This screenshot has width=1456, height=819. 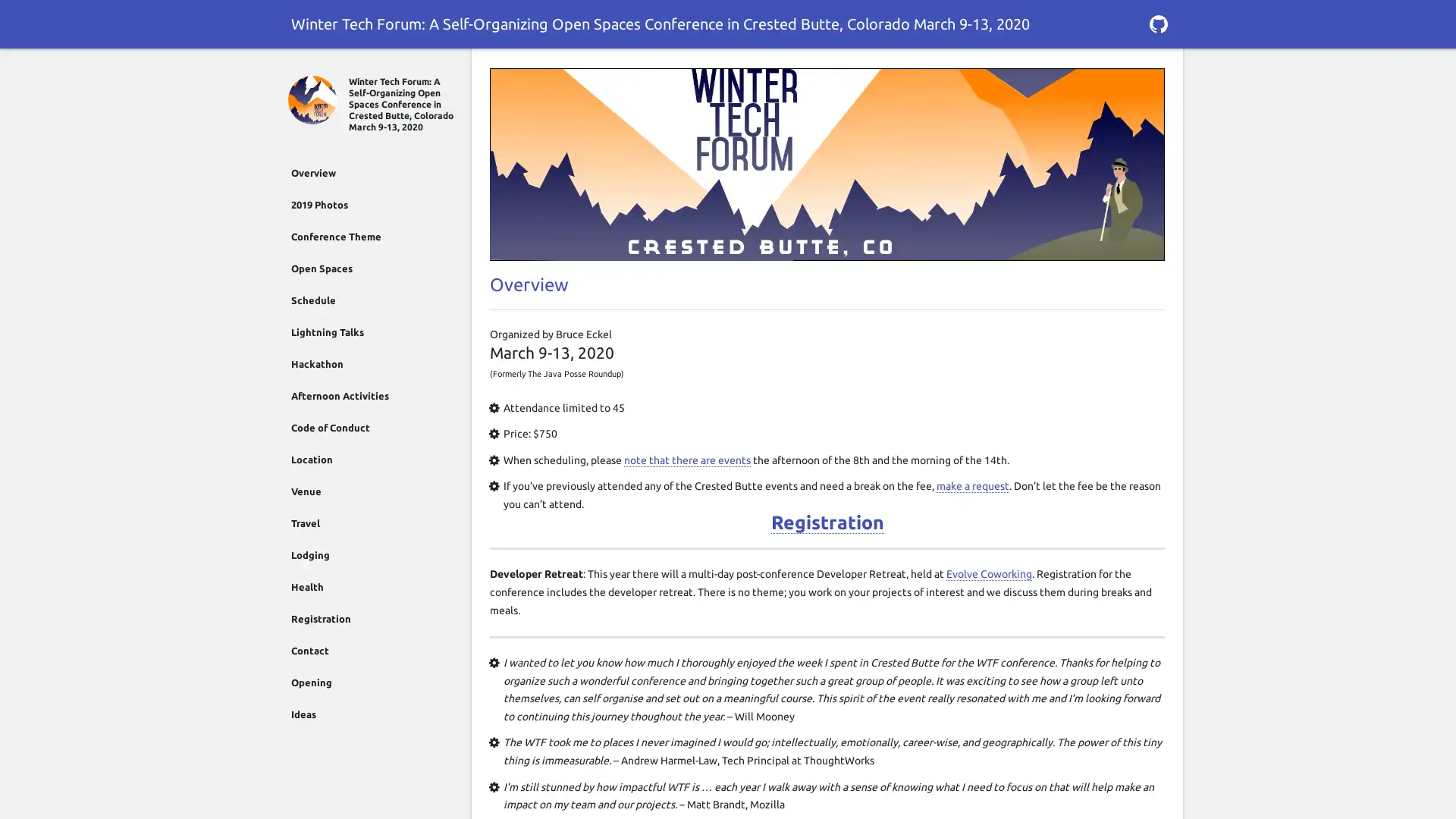 I want to click on Search, so click(x=1157, y=66).